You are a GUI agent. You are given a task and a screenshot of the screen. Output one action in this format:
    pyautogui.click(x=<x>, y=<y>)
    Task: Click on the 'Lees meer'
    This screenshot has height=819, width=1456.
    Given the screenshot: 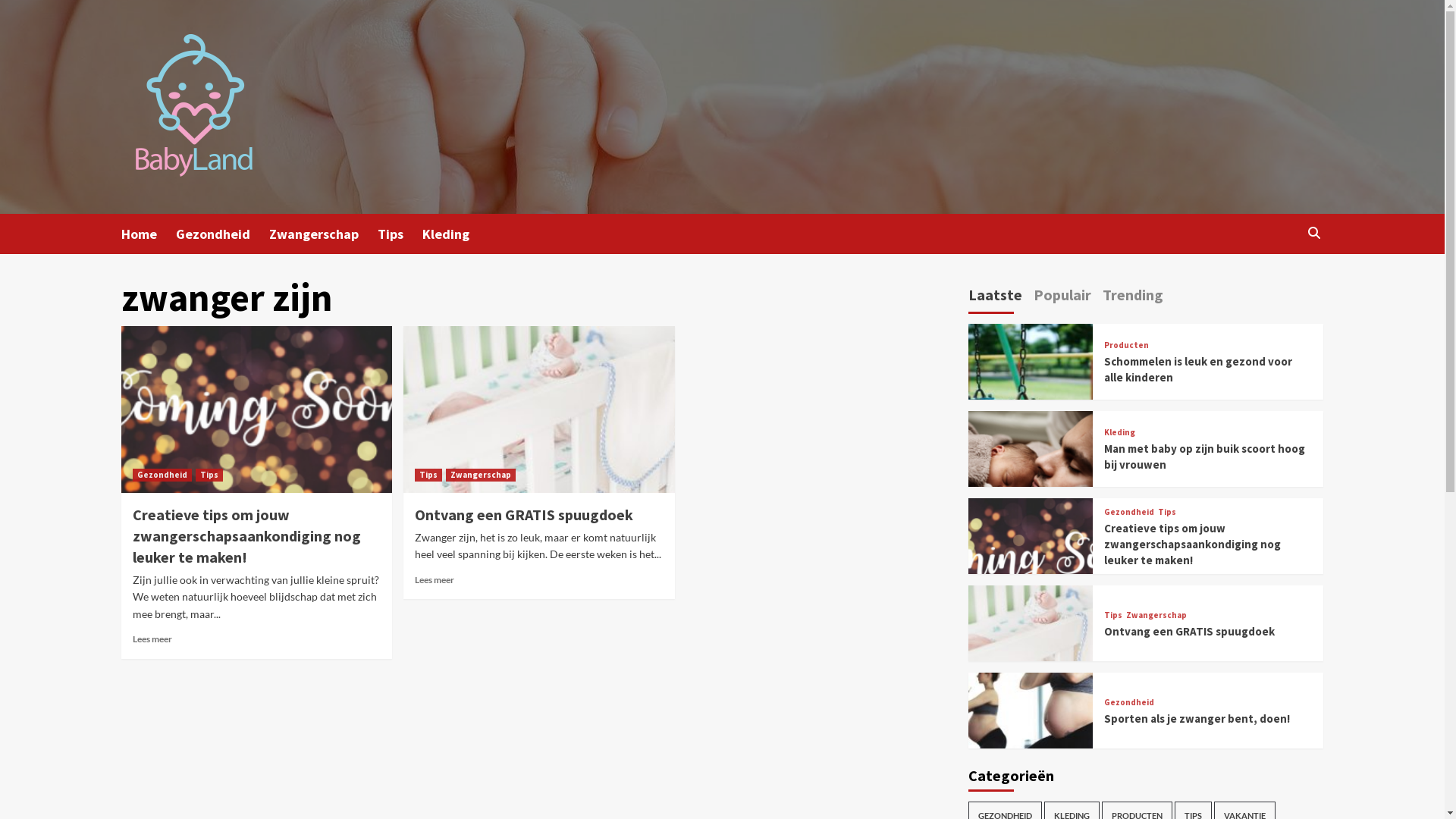 What is the action you would take?
    pyautogui.click(x=152, y=639)
    